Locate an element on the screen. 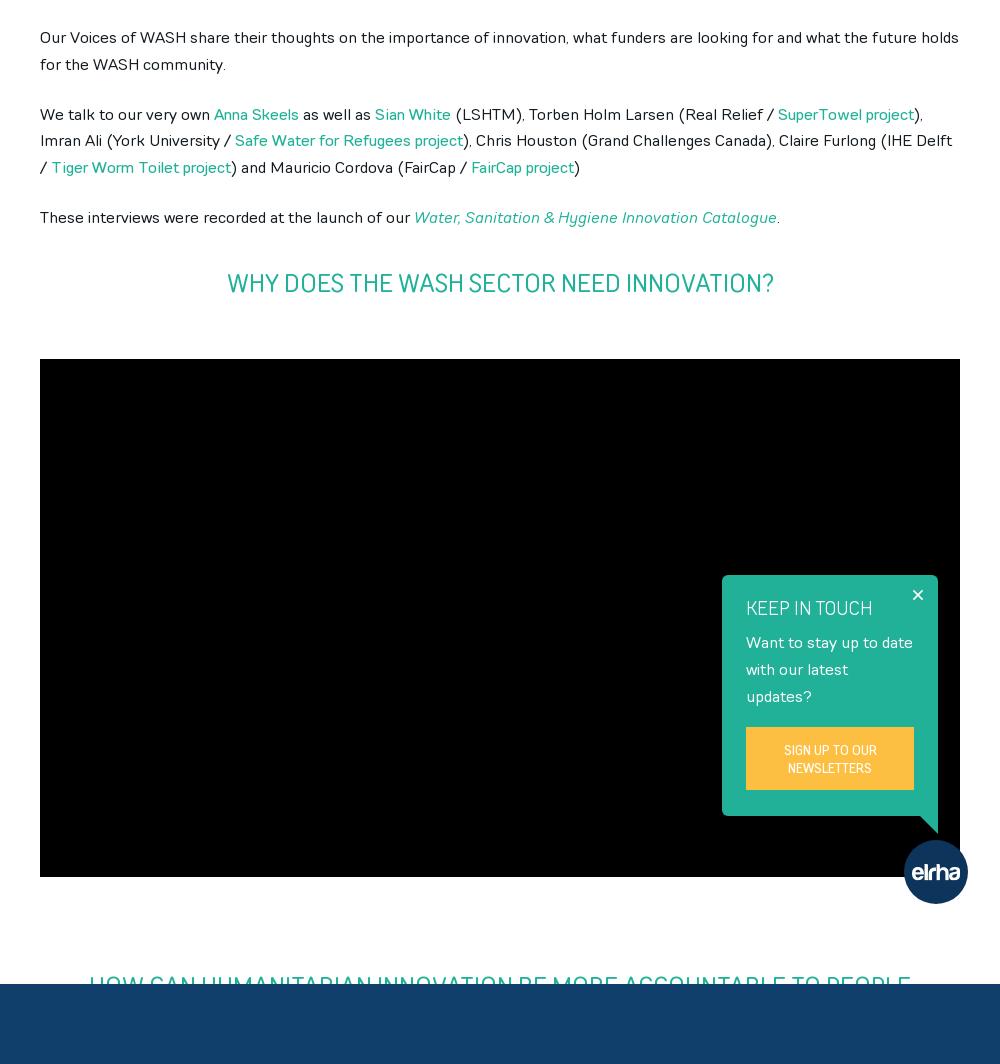 The height and width of the screenshot is (1064, 1000). '.' is located at coordinates (778, 216).